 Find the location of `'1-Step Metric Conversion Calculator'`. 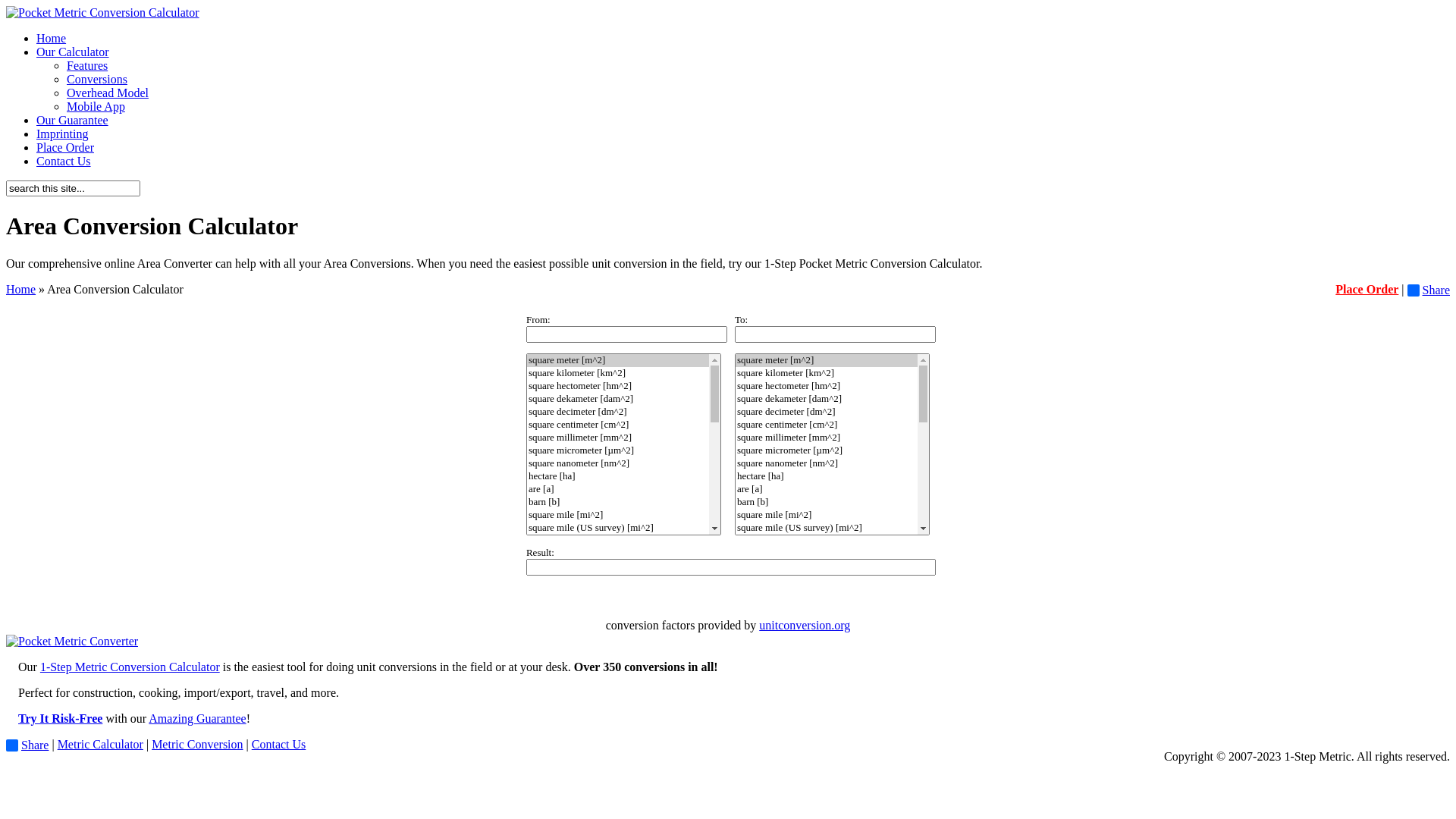

'1-Step Metric Conversion Calculator' is located at coordinates (39, 666).